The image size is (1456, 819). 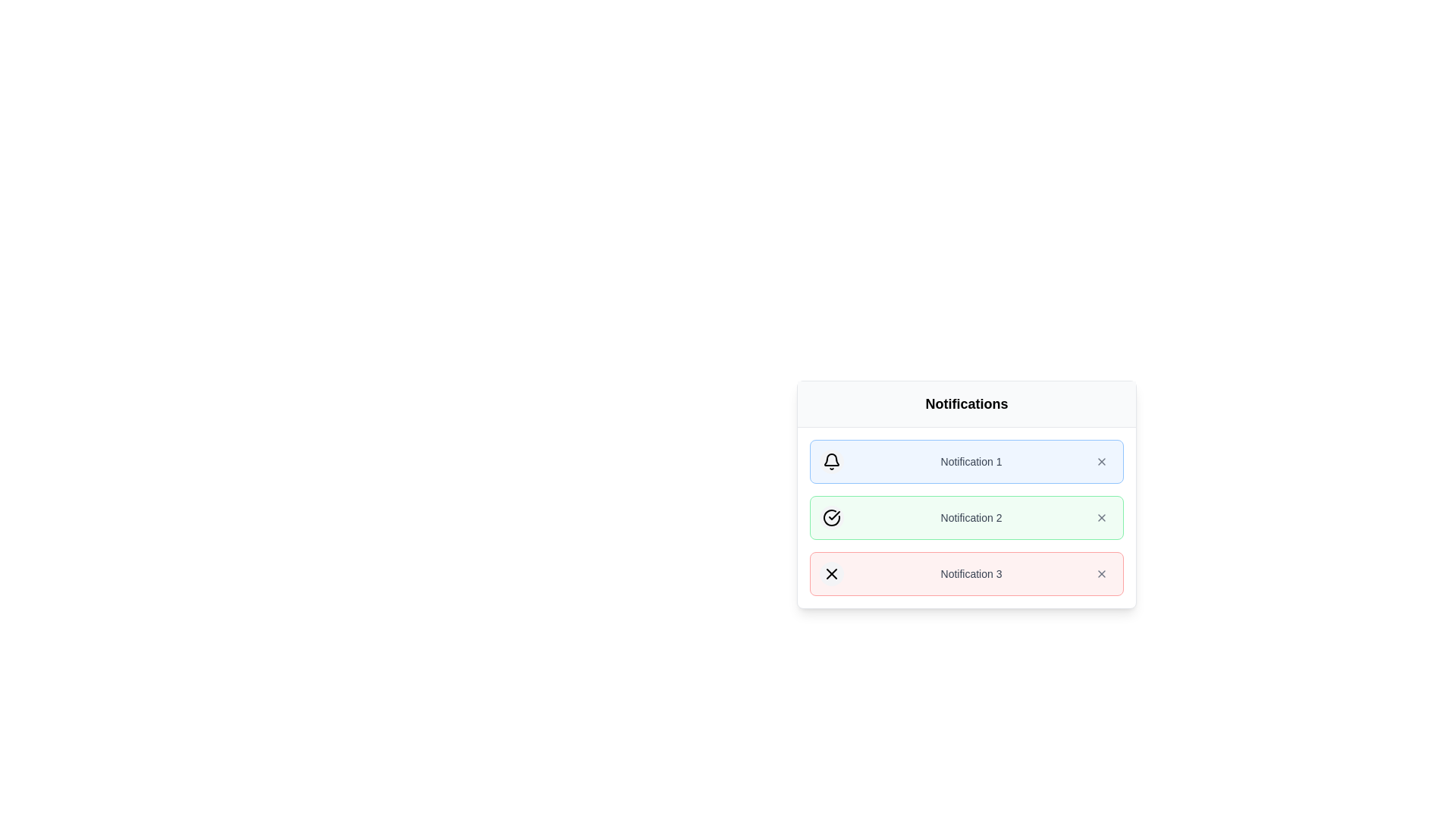 What do you see at coordinates (971, 516) in the screenshot?
I see `the label containing the text 'Notification 2', which is styled with a subdued gray color on a light green background, centrally aligned within a green-bordered rectangular card` at bounding box center [971, 516].